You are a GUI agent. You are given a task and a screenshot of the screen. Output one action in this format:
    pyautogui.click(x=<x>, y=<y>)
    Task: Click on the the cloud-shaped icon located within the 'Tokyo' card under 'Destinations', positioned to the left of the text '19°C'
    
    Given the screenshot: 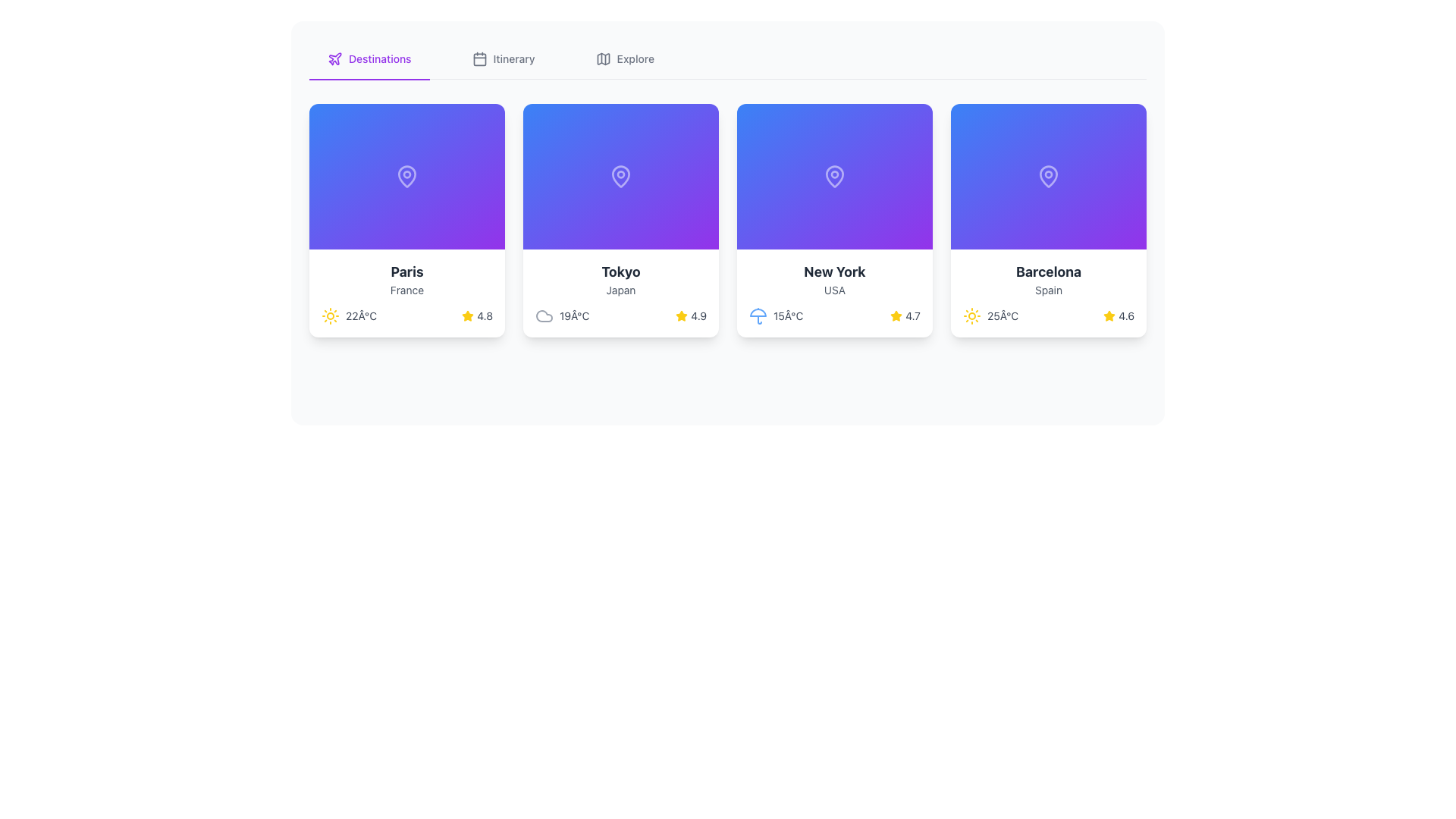 What is the action you would take?
    pyautogui.click(x=544, y=315)
    